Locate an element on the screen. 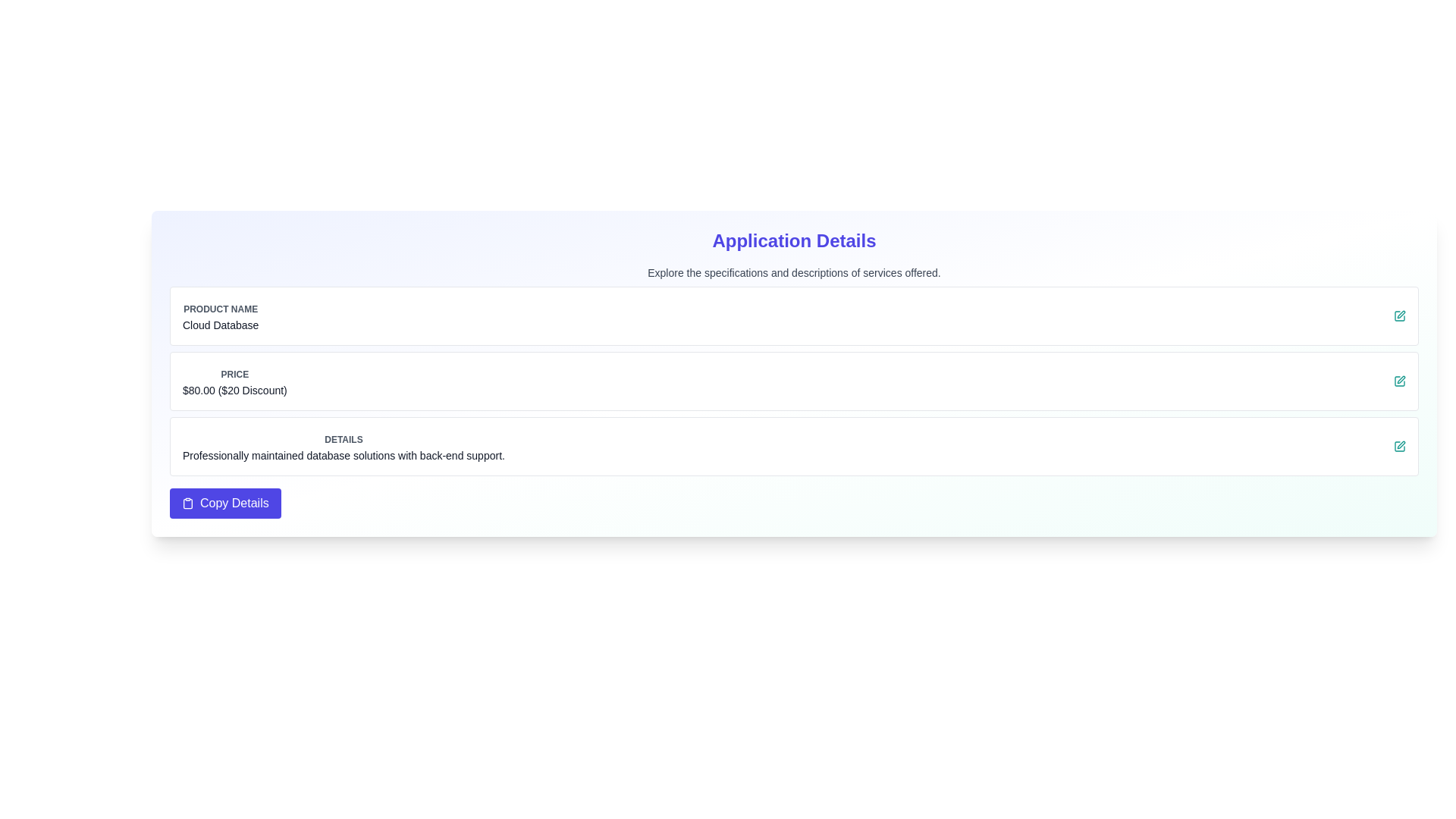 The image size is (1456, 819). the text block that provides an overview of the professional database services, located below the 'Price' section and above the 'Copy Details' button is located at coordinates (343, 446).